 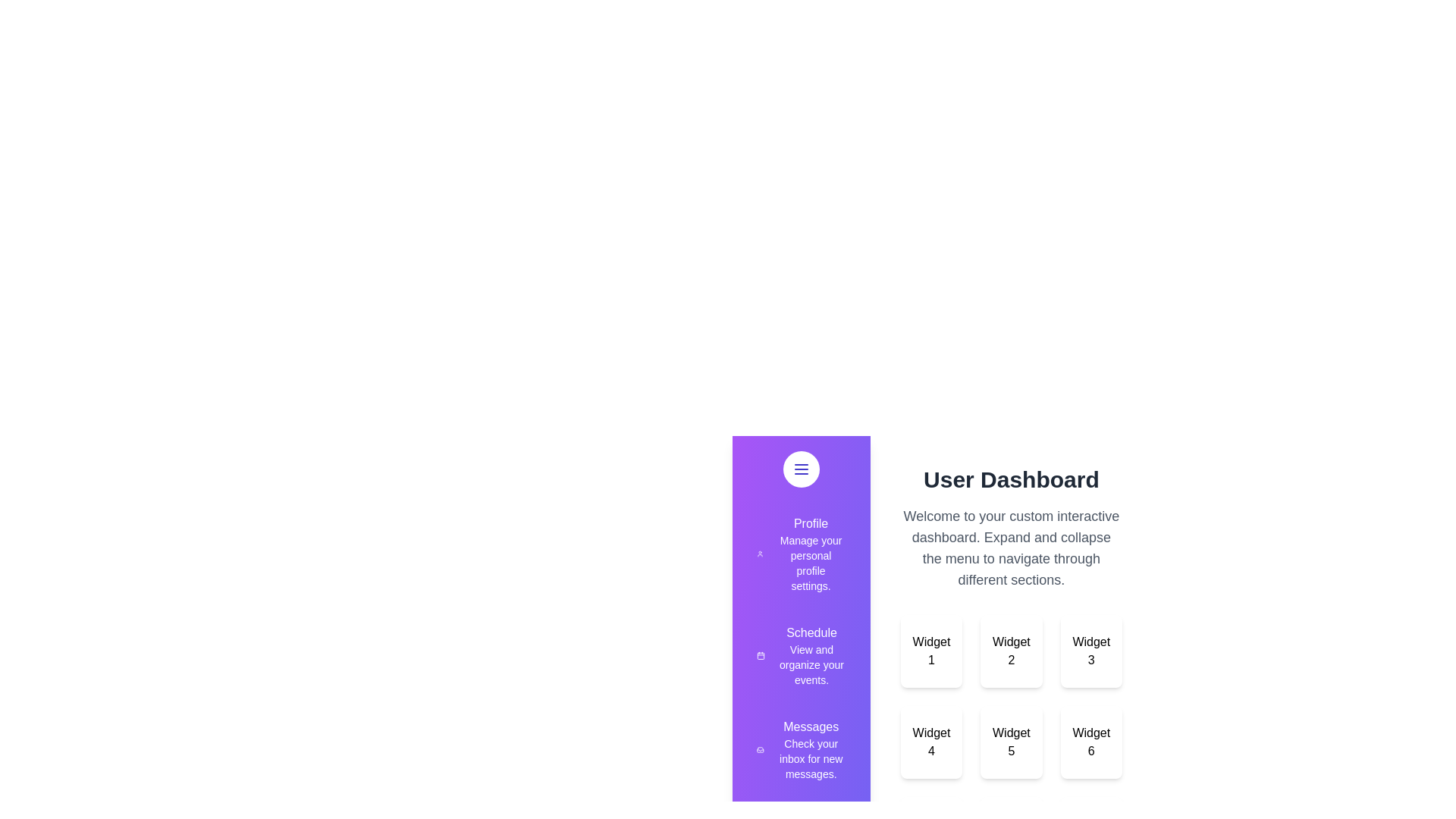 I want to click on the menu button to toggle the drawer's state, so click(x=800, y=468).